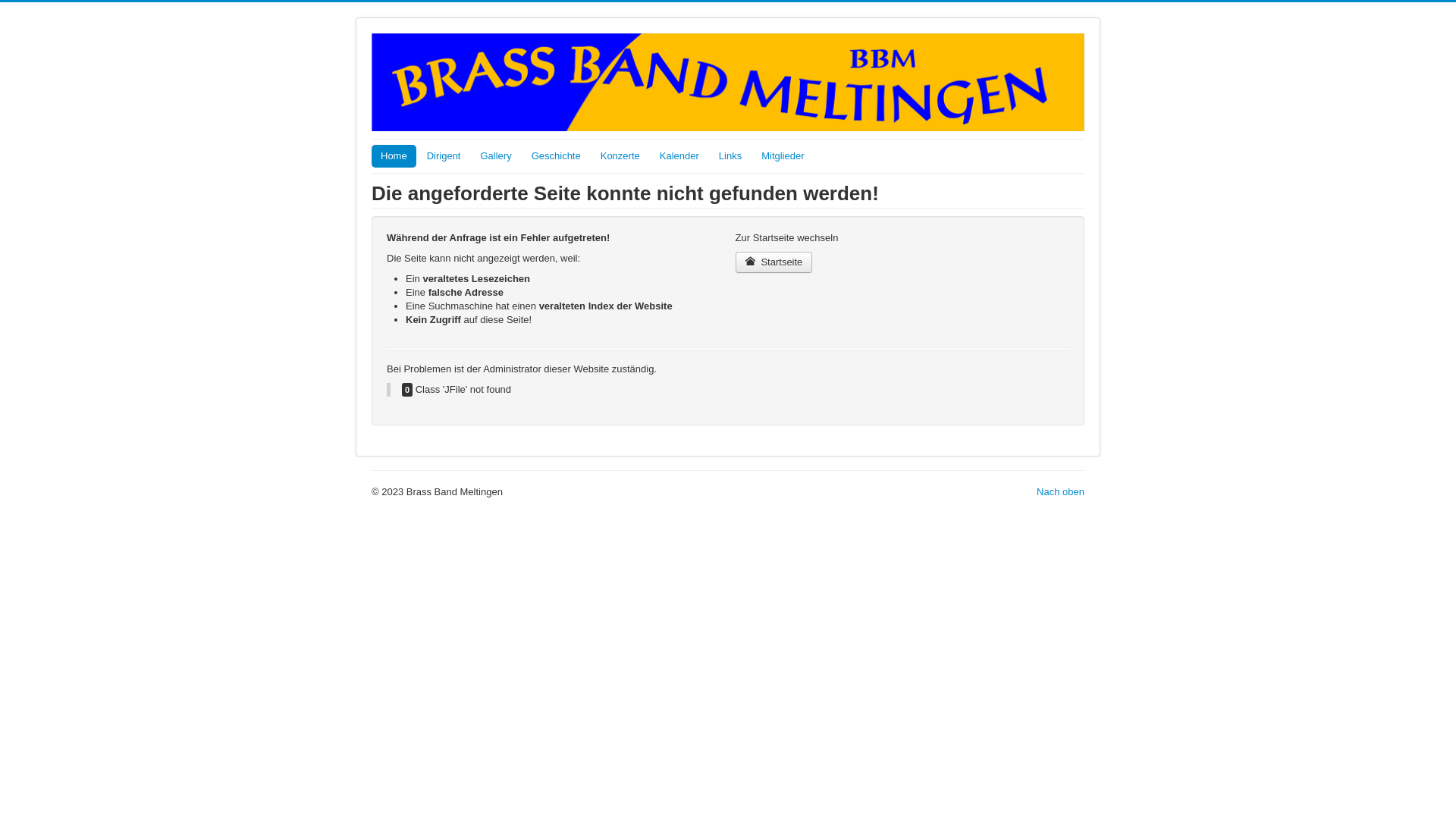 This screenshot has height=819, width=1456. I want to click on 'Dirigent', so click(443, 155).